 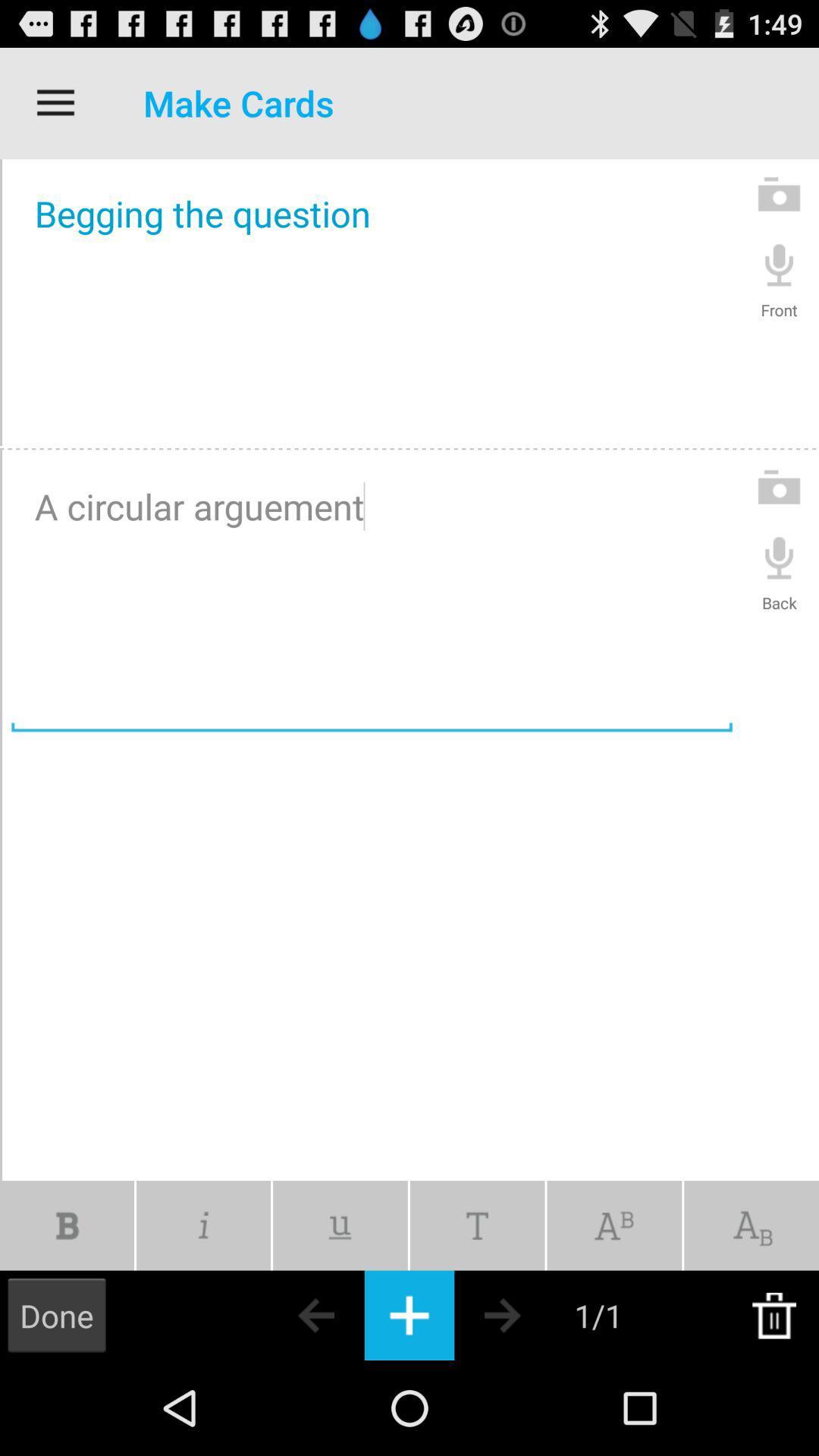 What do you see at coordinates (614, 1225) in the screenshot?
I see `superscript text` at bounding box center [614, 1225].